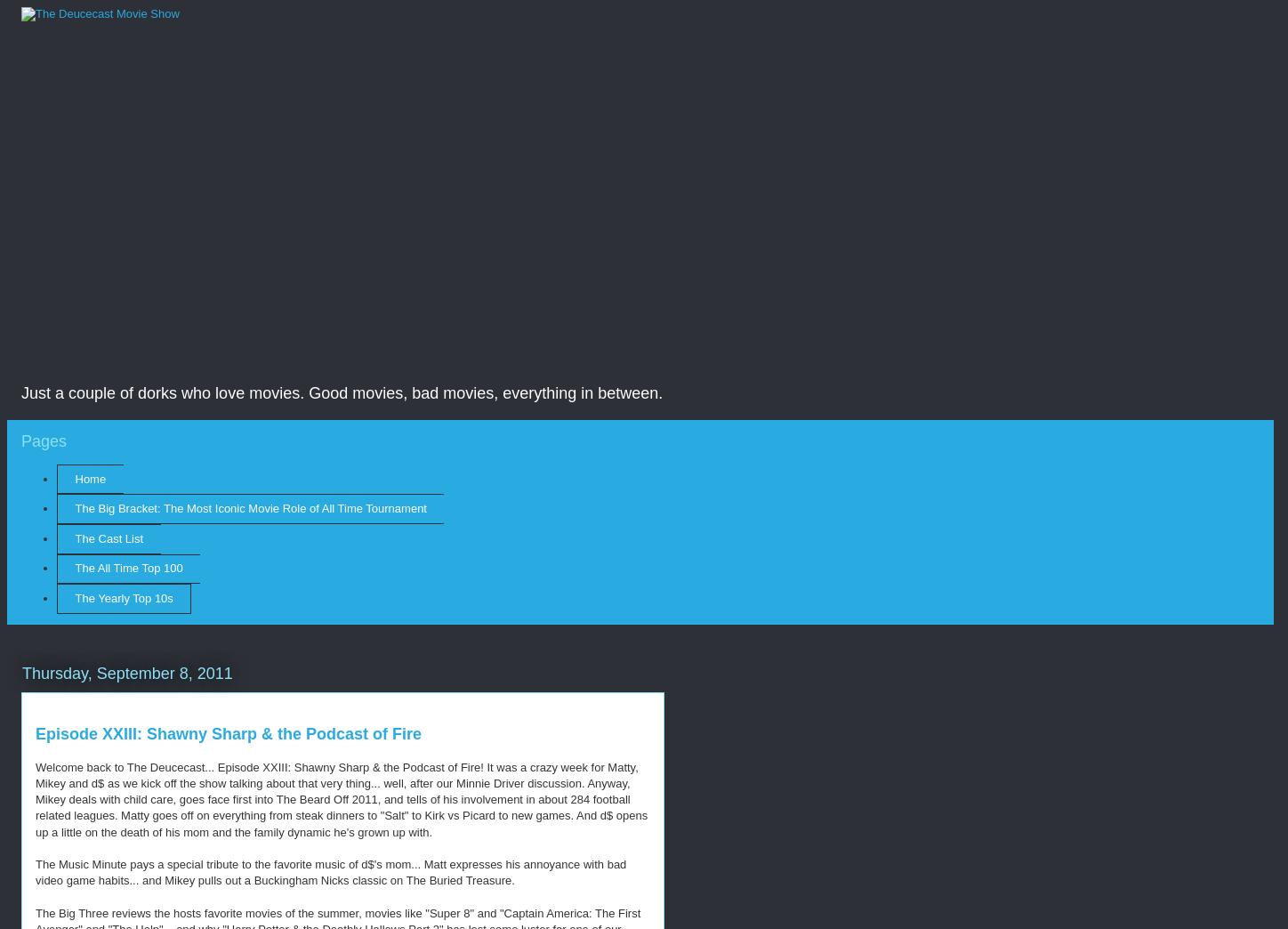 The width and height of the screenshot is (1288, 929). What do you see at coordinates (126, 672) in the screenshot?
I see `'Thursday, September 8, 2011'` at bounding box center [126, 672].